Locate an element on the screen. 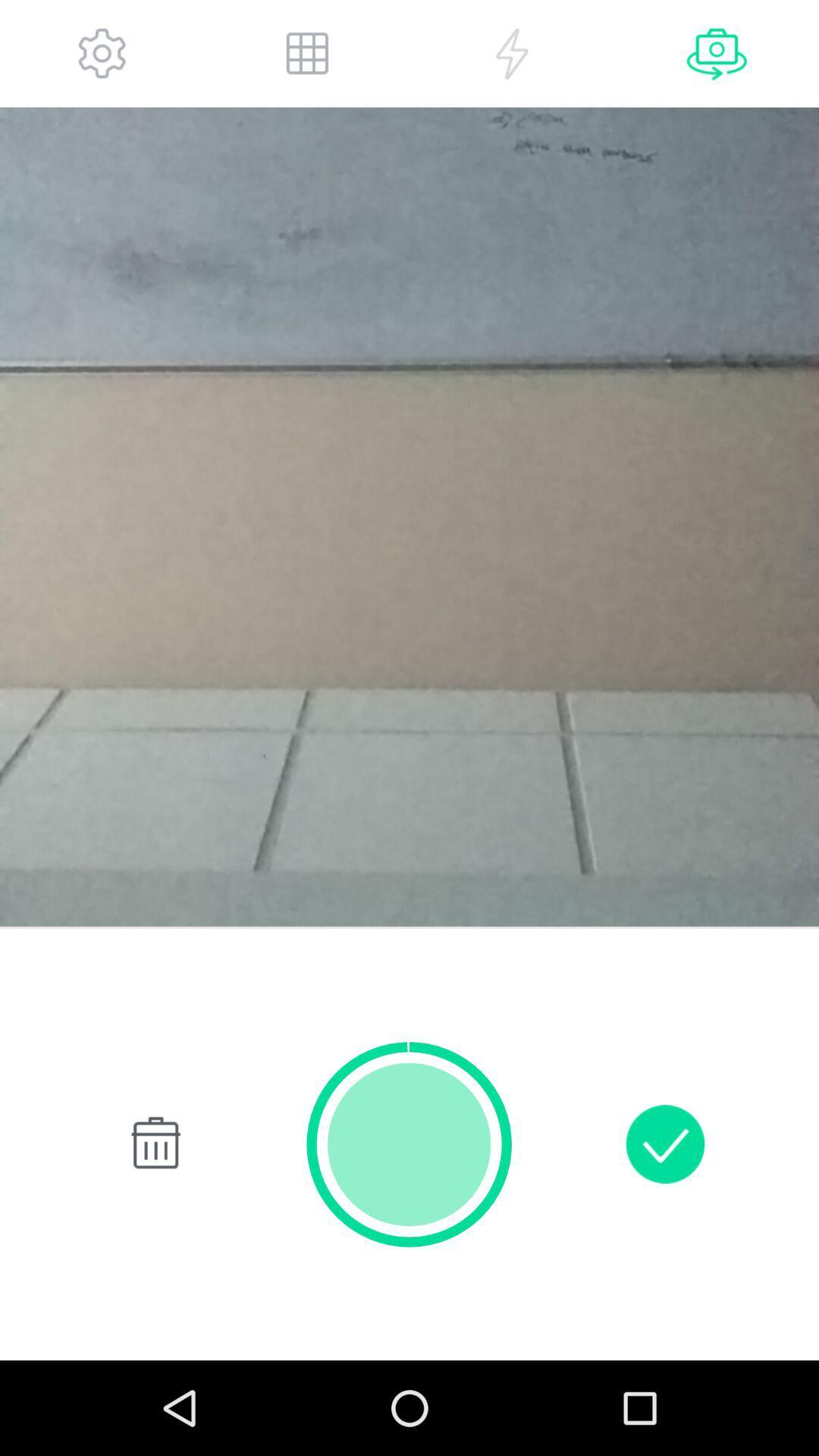 This screenshot has width=819, height=1456. delete box is located at coordinates (152, 1144).